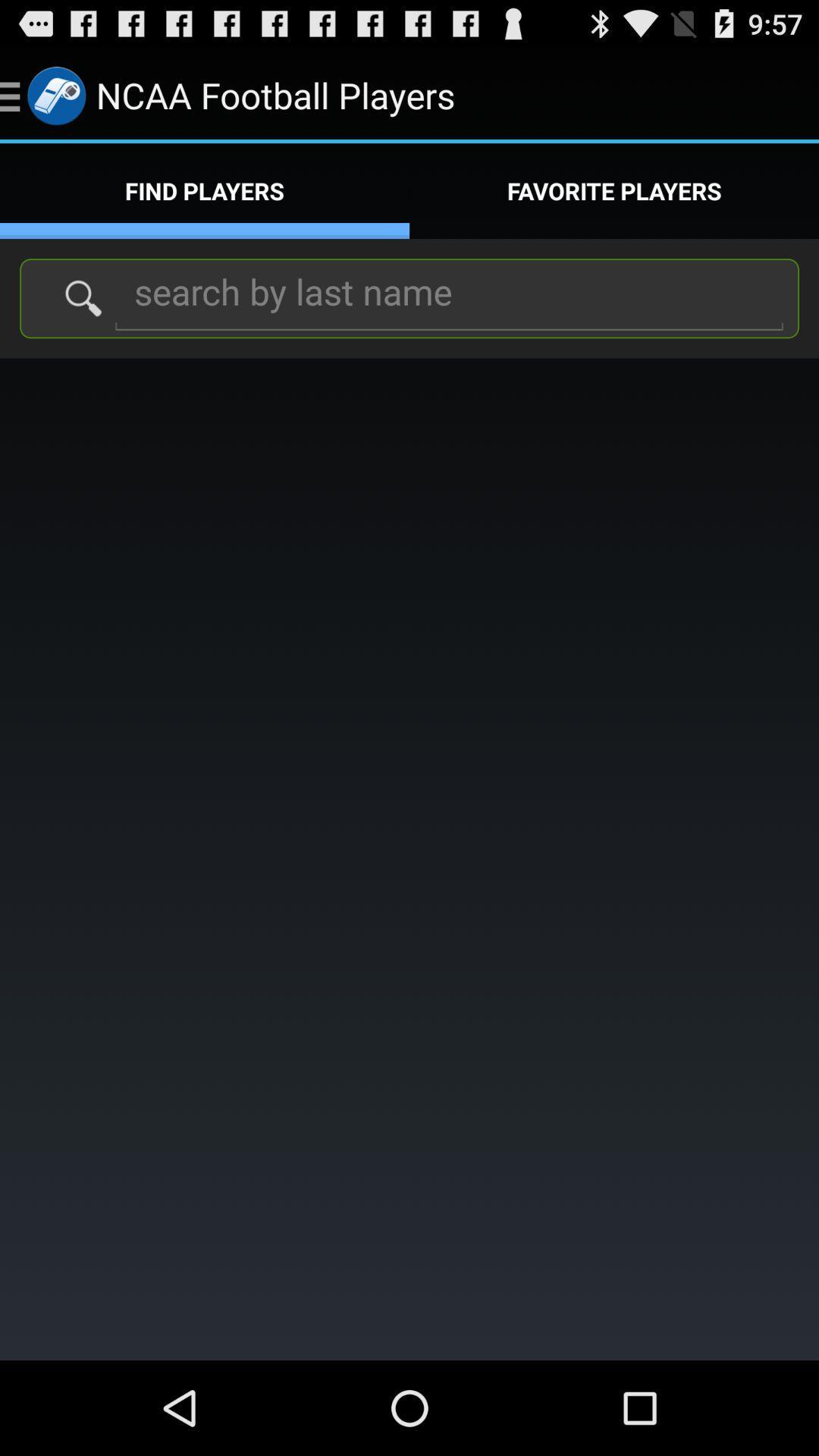 The image size is (819, 1456). I want to click on icon below the ncaa football players app, so click(614, 190).